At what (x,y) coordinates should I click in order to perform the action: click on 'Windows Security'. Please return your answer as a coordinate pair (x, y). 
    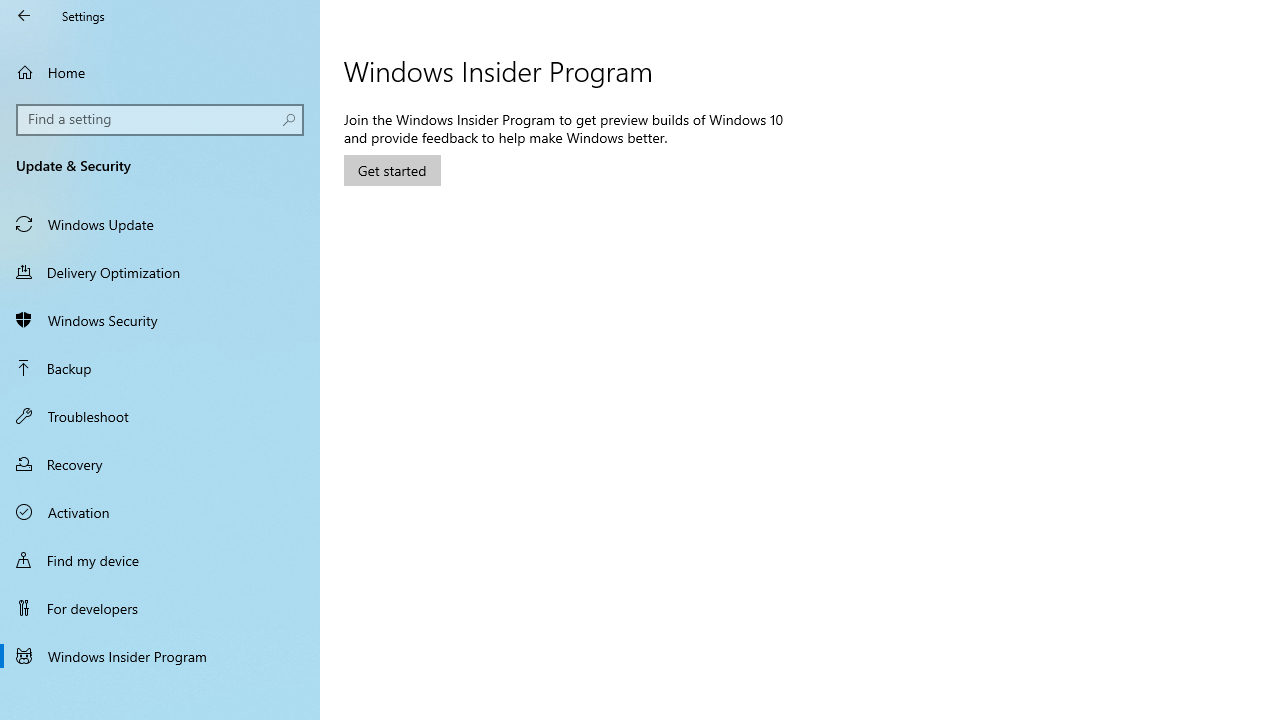
    Looking at the image, I should click on (160, 319).